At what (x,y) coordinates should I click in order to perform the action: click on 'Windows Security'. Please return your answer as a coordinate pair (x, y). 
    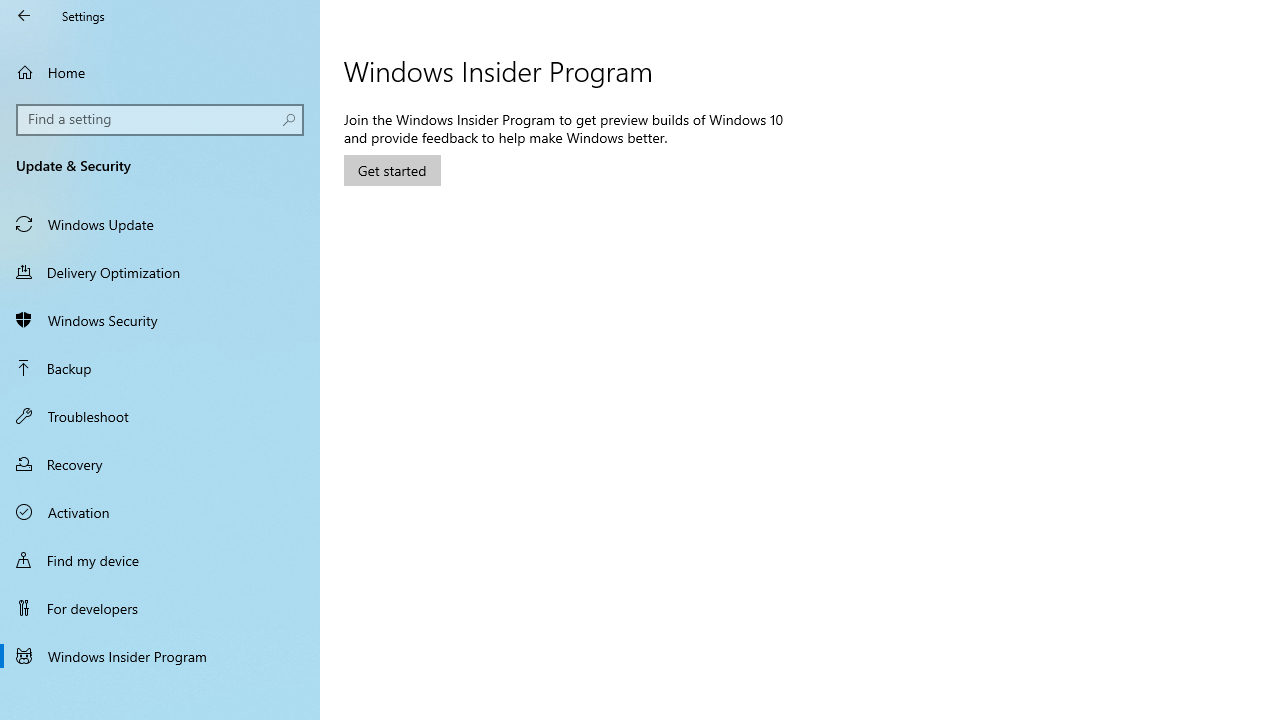
    Looking at the image, I should click on (160, 319).